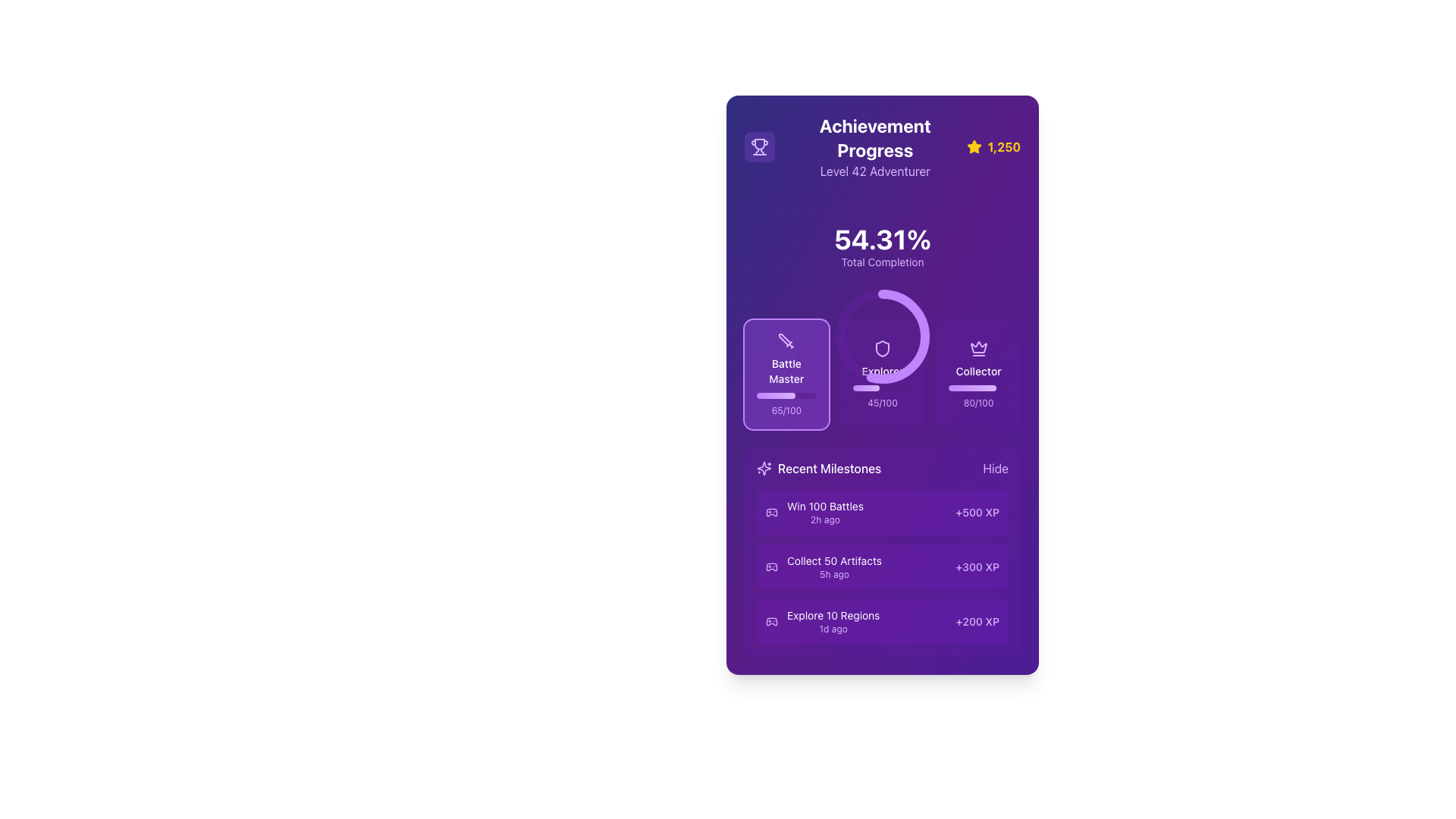  I want to click on the 'Explorer' SVG Icon located in the 'Achievement Progress' UI card, positioned above the text 'Explorer' and a progress bar, so click(882, 348).